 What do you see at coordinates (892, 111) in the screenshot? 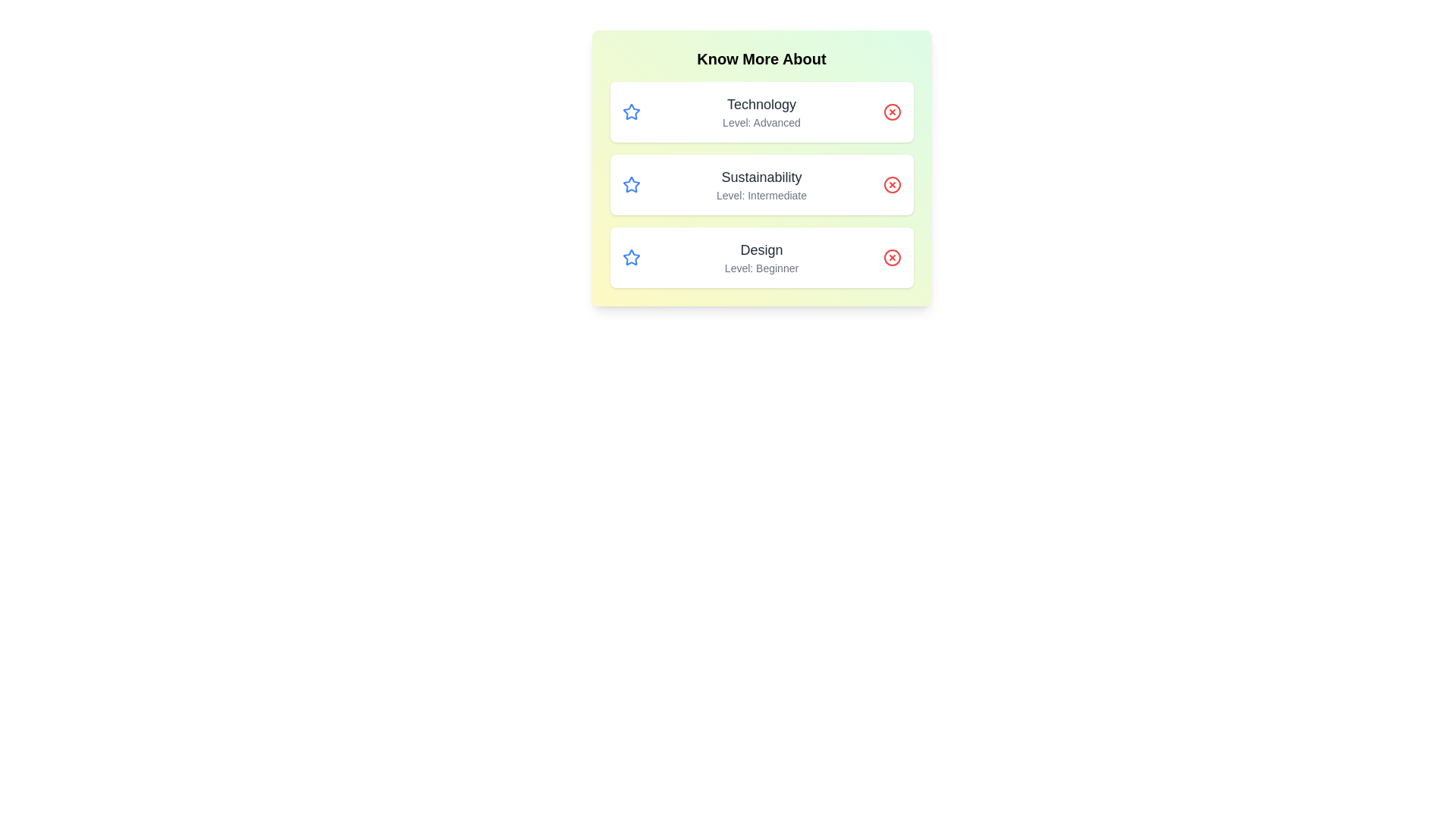
I see `the 'X' button next to the topic Technology to remove it from the list` at bounding box center [892, 111].